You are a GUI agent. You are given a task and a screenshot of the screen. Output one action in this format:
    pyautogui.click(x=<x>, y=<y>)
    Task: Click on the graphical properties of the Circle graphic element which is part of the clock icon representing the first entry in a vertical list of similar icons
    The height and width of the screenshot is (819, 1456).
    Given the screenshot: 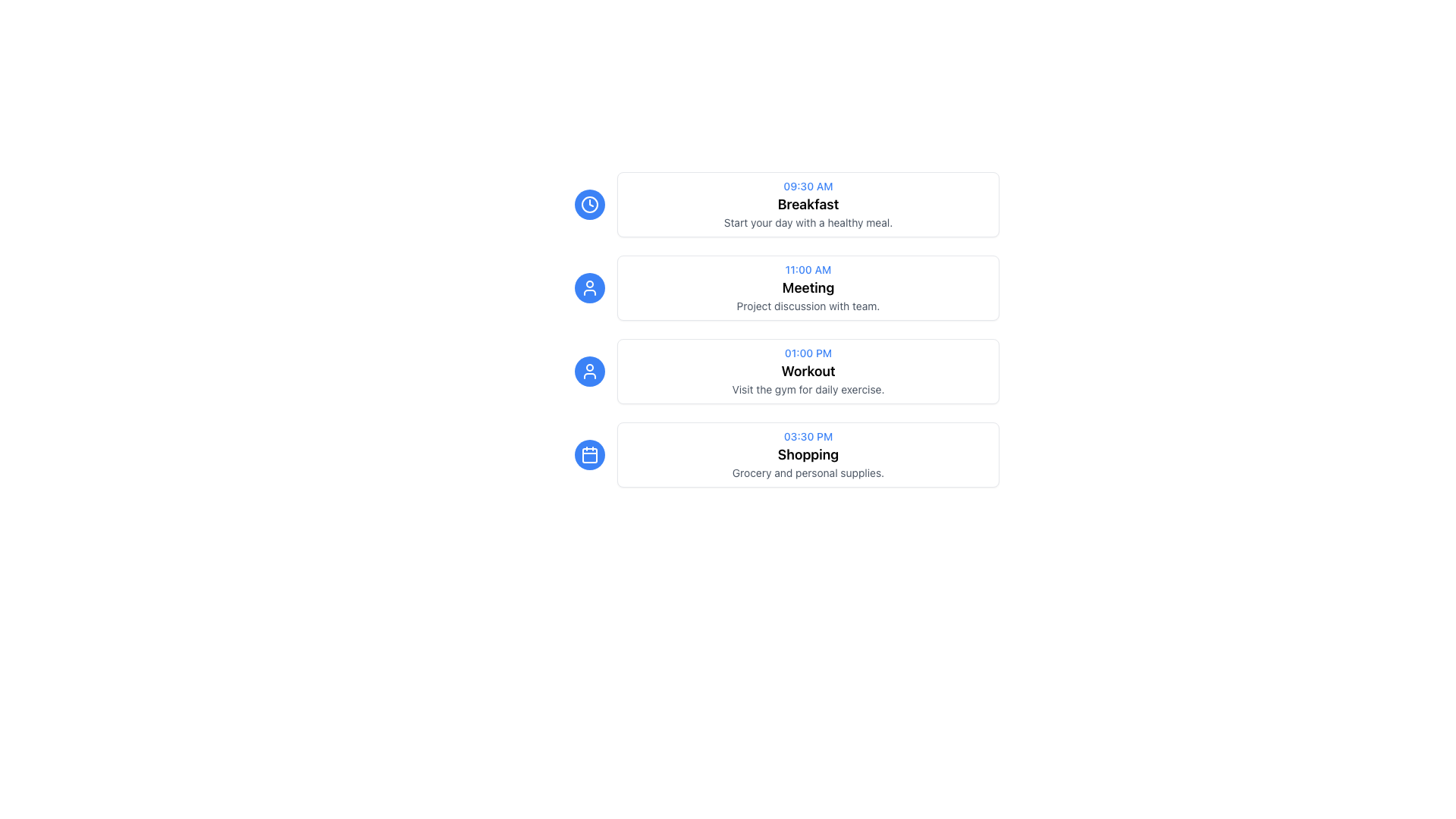 What is the action you would take?
    pyautogui.click(x=588, y=205)
    